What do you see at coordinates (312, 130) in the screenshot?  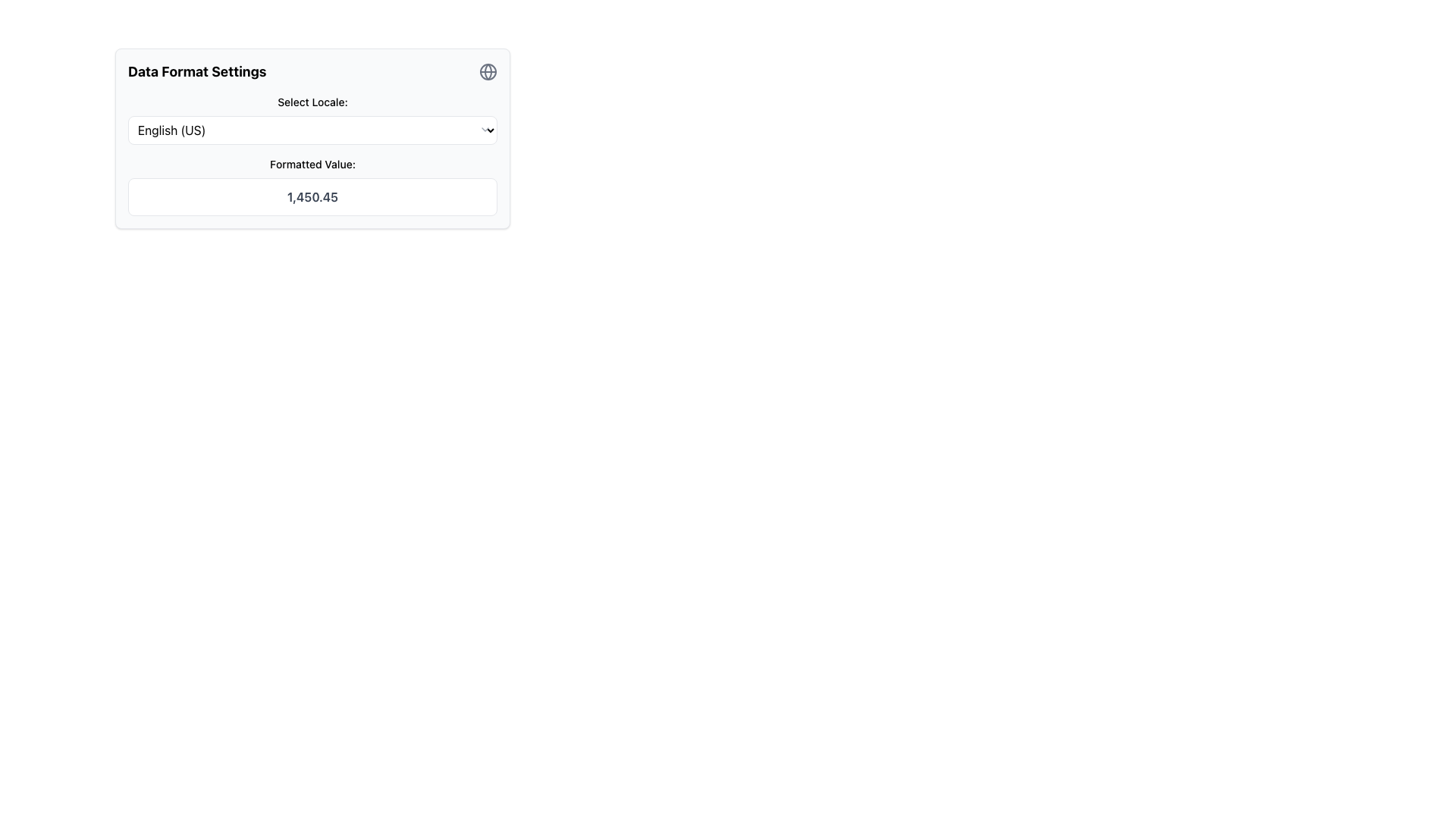 I see `the dropdown menu labeled 'English (US)' which is located beneath 'Select Locale:' in the 'Data Format Settings' area` at bounding box center [312, 130].